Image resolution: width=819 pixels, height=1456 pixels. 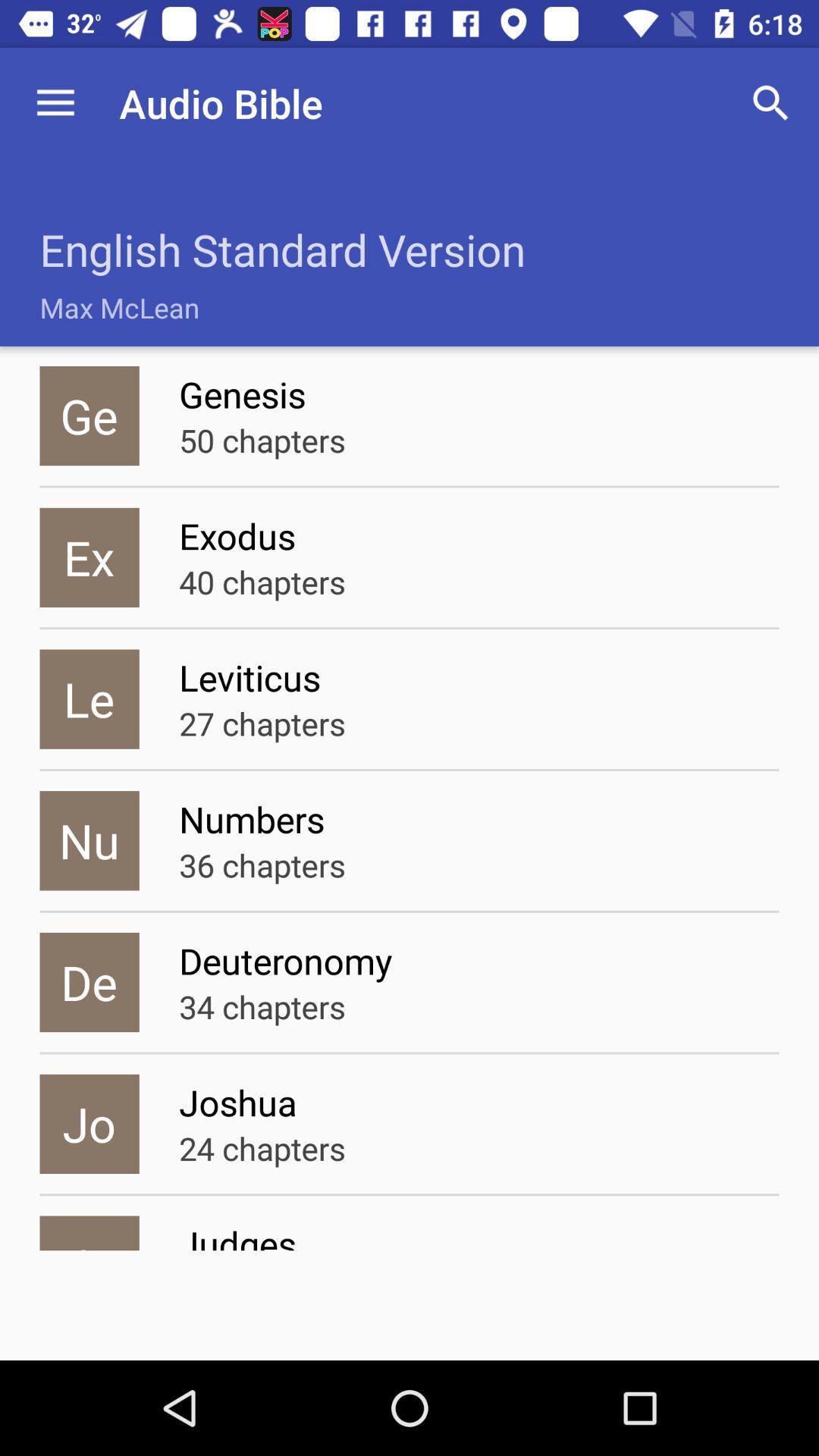 What do you see at coordinates (262, 1148) in the screenshot?
I see `the 24 chapters item` at bounding box center [262, 1148].